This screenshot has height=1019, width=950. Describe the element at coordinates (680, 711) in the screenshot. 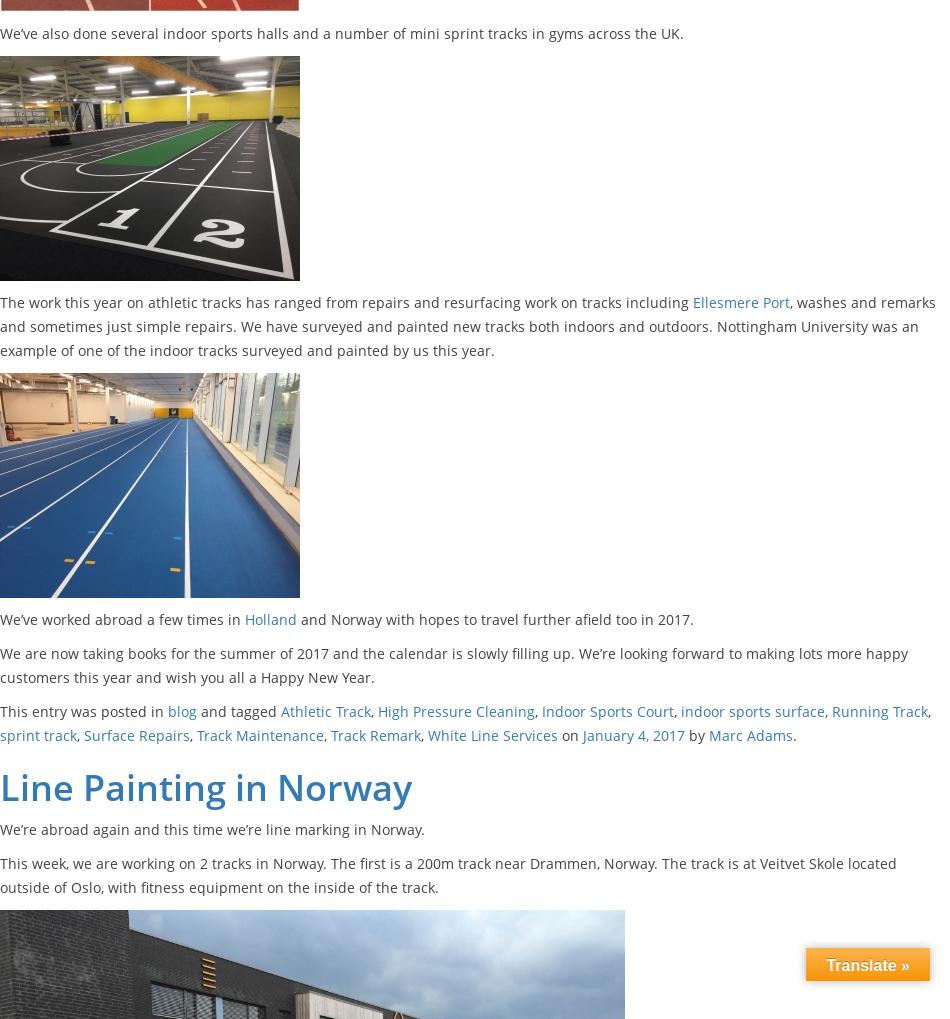

I see `'indoor sports surface'` at that location.